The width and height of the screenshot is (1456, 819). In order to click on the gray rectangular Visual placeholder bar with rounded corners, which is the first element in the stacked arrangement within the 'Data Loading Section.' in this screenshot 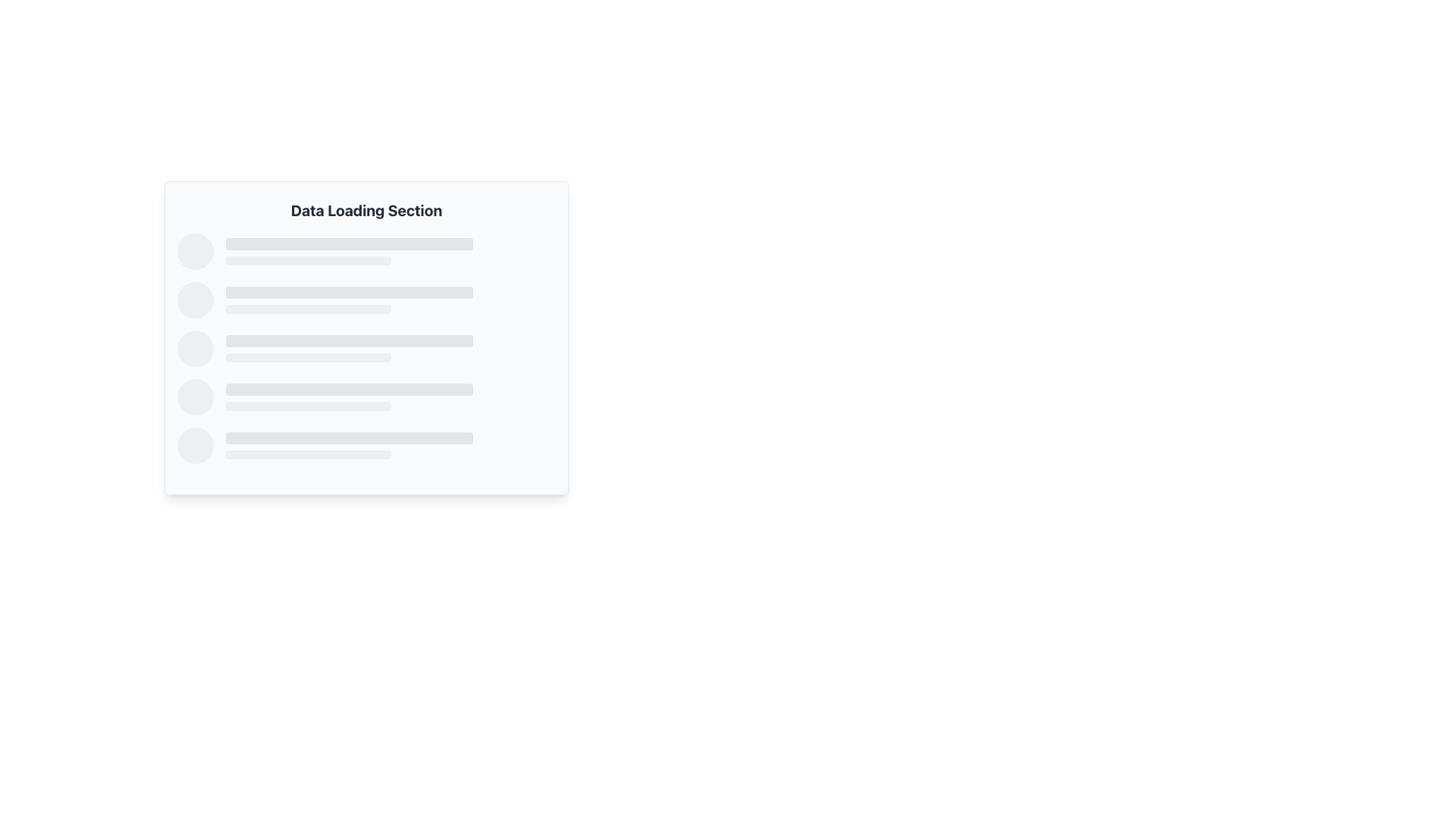, I will do `click(349, 438)`.